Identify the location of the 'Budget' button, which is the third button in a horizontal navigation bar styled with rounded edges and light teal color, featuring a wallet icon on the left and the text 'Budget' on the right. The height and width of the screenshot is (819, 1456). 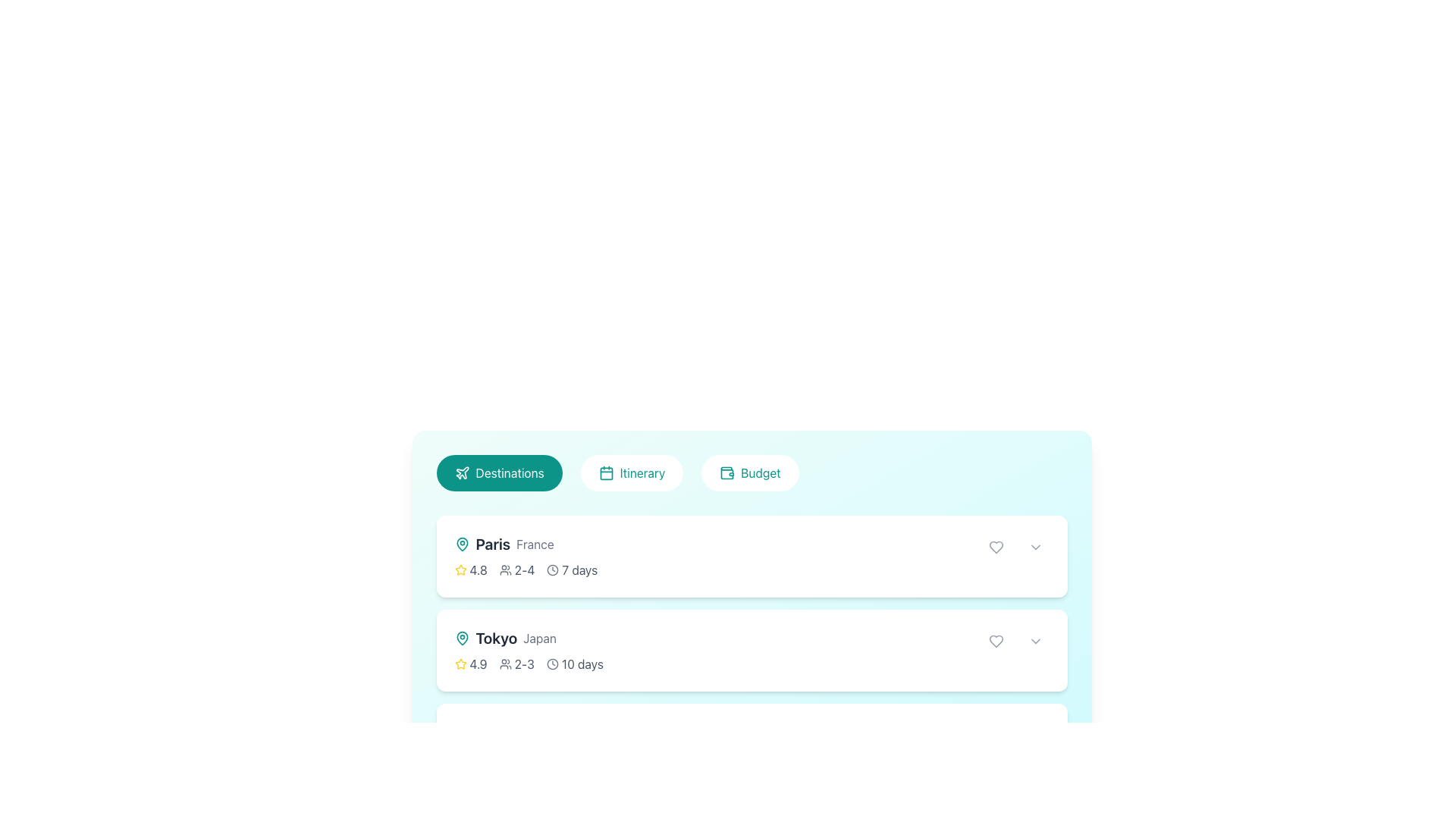
(750, 472).